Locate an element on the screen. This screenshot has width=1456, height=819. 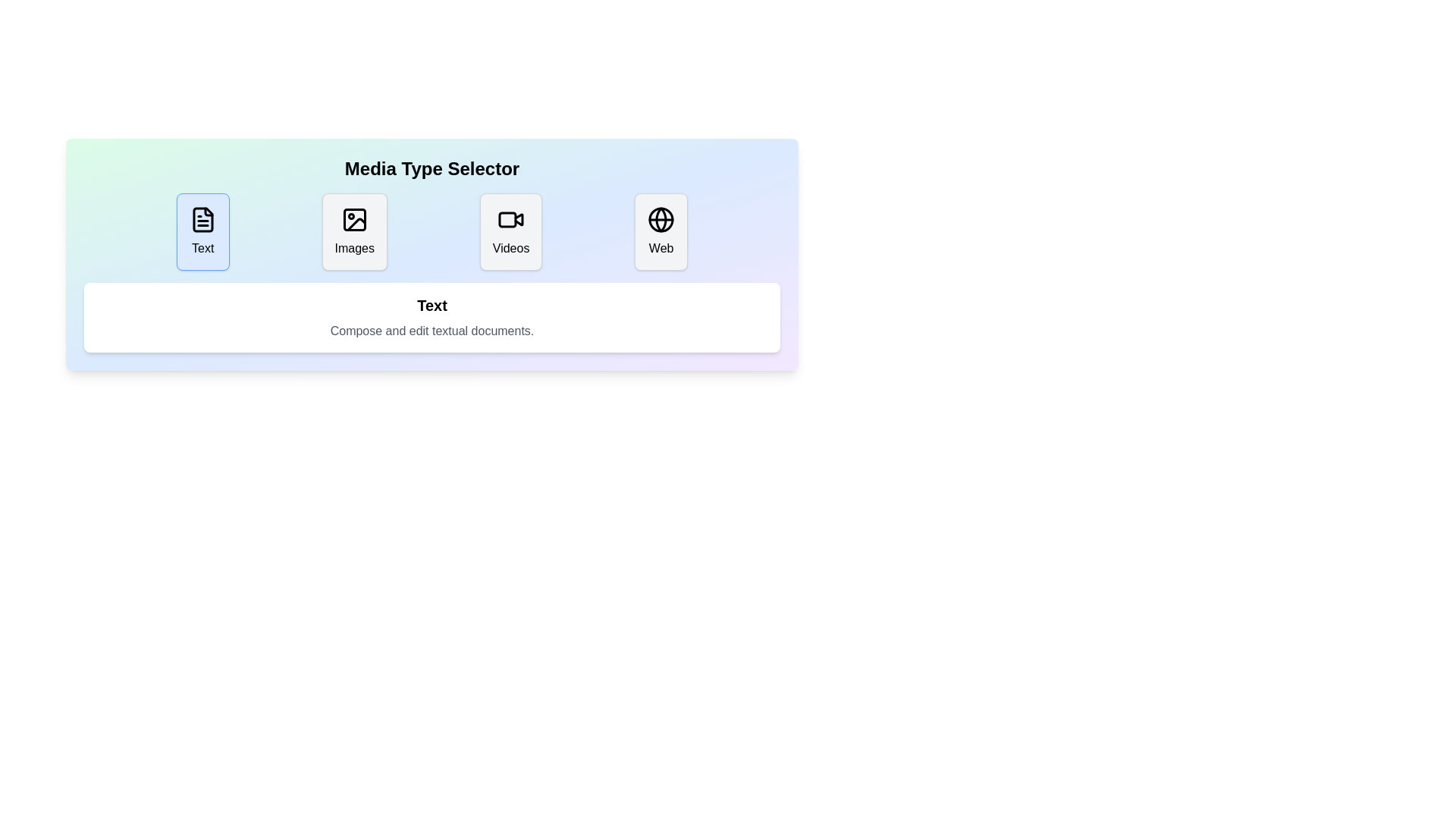
the text label that reads 'Compose and edit textual documents.' which is styled in gray and positioned below the header 'Text' is located at coordinates (431, 330).